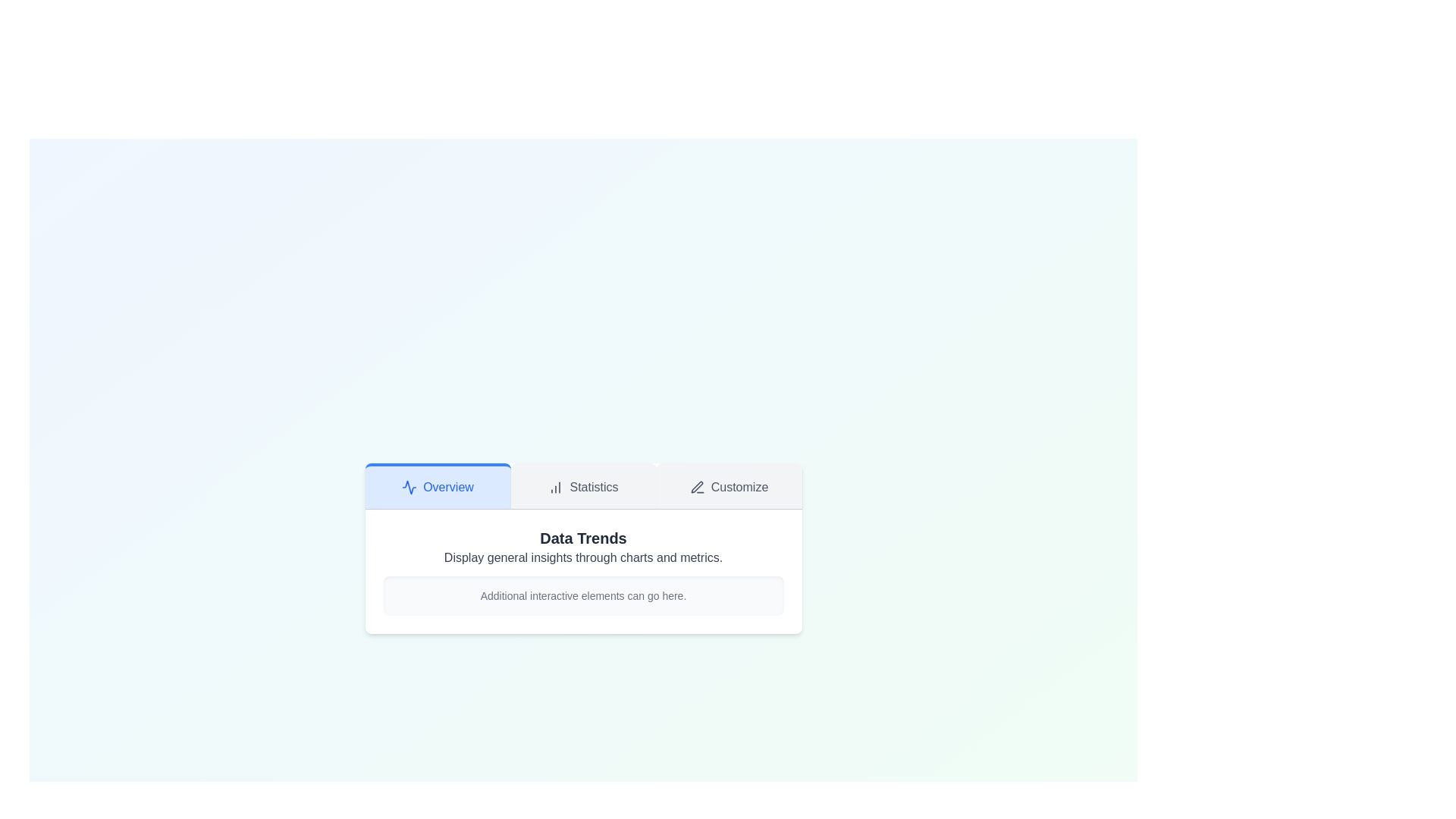 This screenshot has height=819, width=1456. What do you see at coordinates (437, 485) in the screenshot?
I see `the Overview tab` at bounding box center [437, 485].